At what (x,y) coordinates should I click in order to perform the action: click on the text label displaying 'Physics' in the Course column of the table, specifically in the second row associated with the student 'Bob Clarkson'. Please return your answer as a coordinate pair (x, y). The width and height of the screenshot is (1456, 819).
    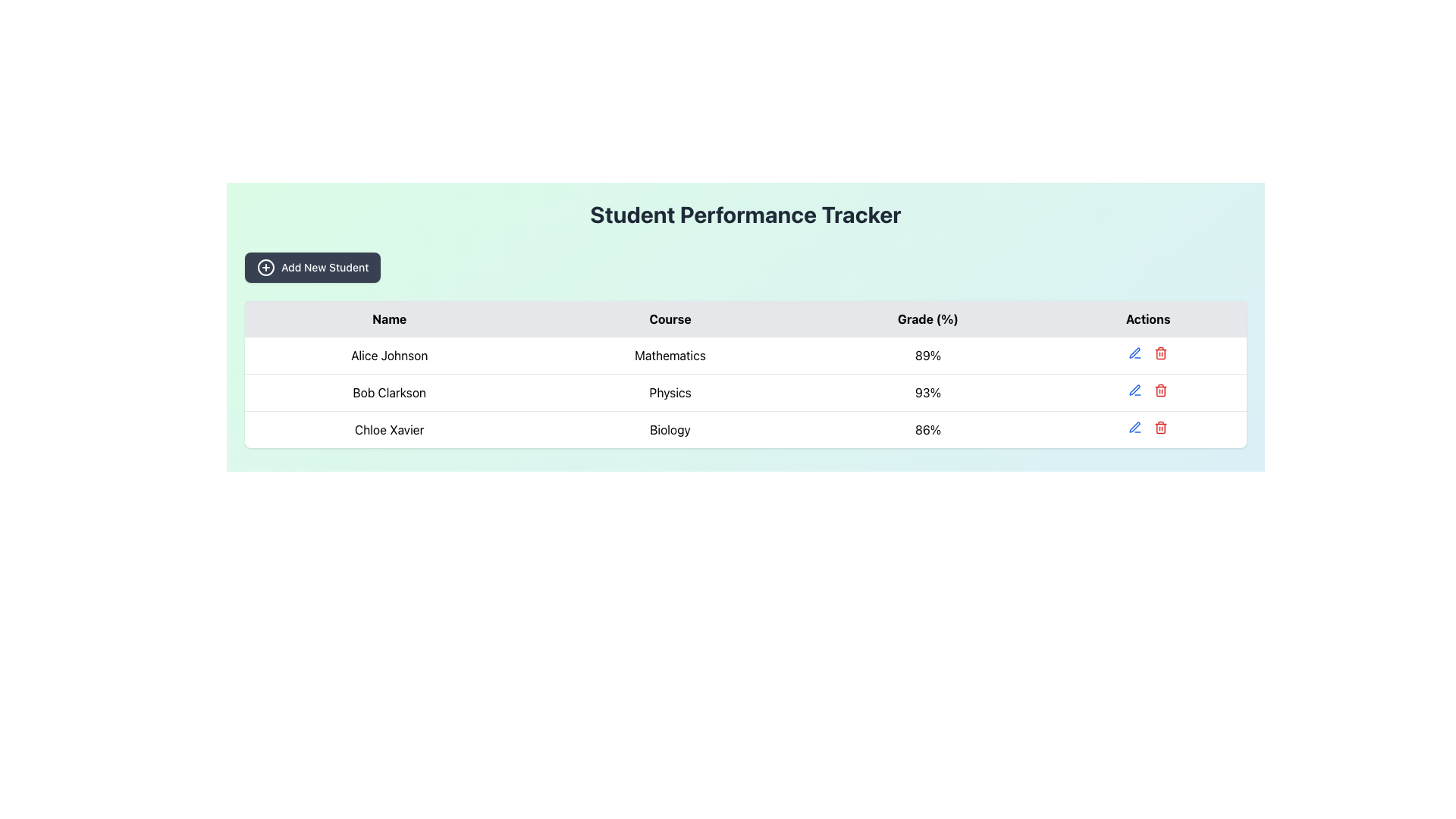
    Looking at the image, I should click on (669, 391).